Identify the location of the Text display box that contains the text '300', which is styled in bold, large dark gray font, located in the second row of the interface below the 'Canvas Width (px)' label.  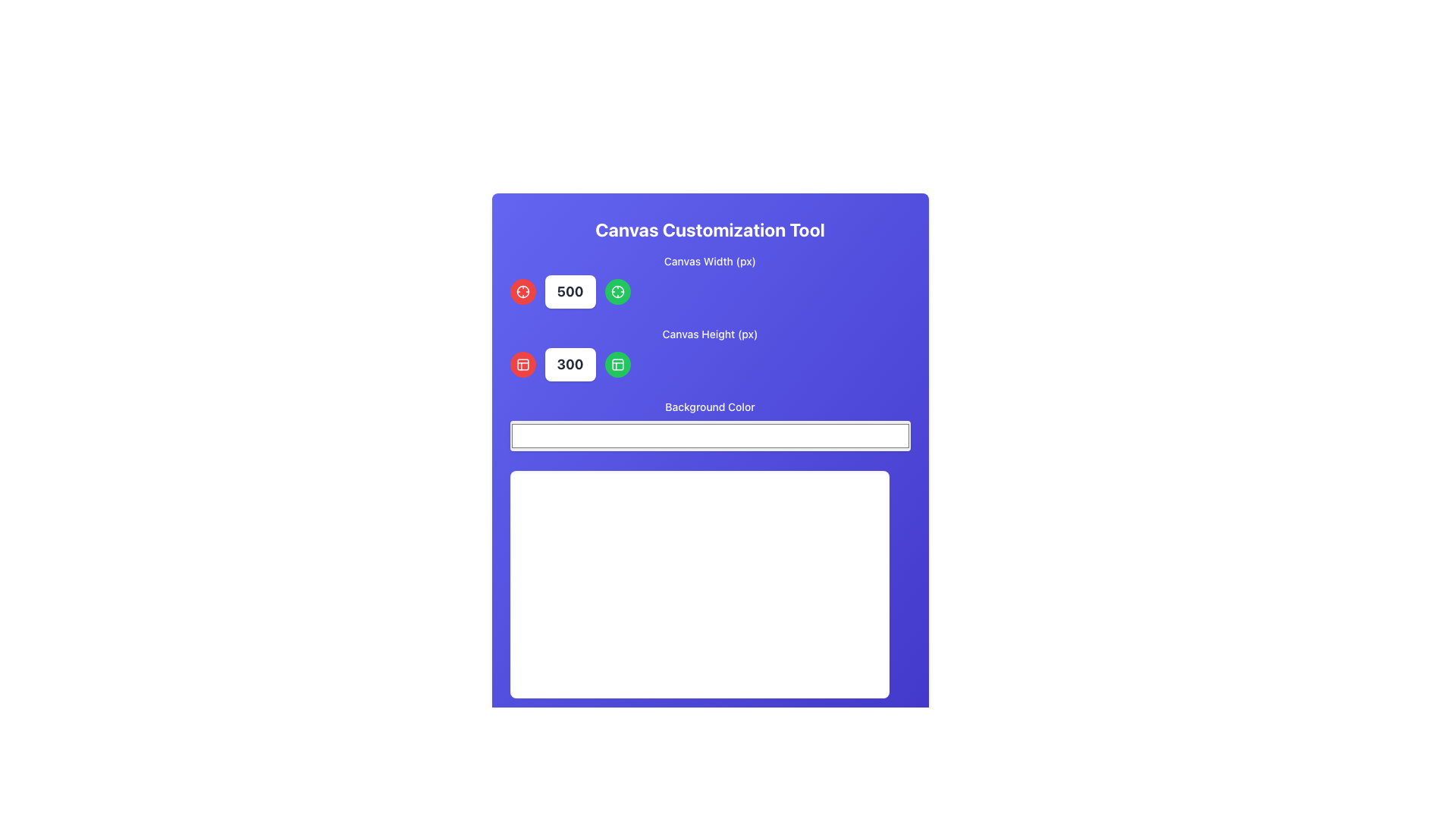
(570, 365).